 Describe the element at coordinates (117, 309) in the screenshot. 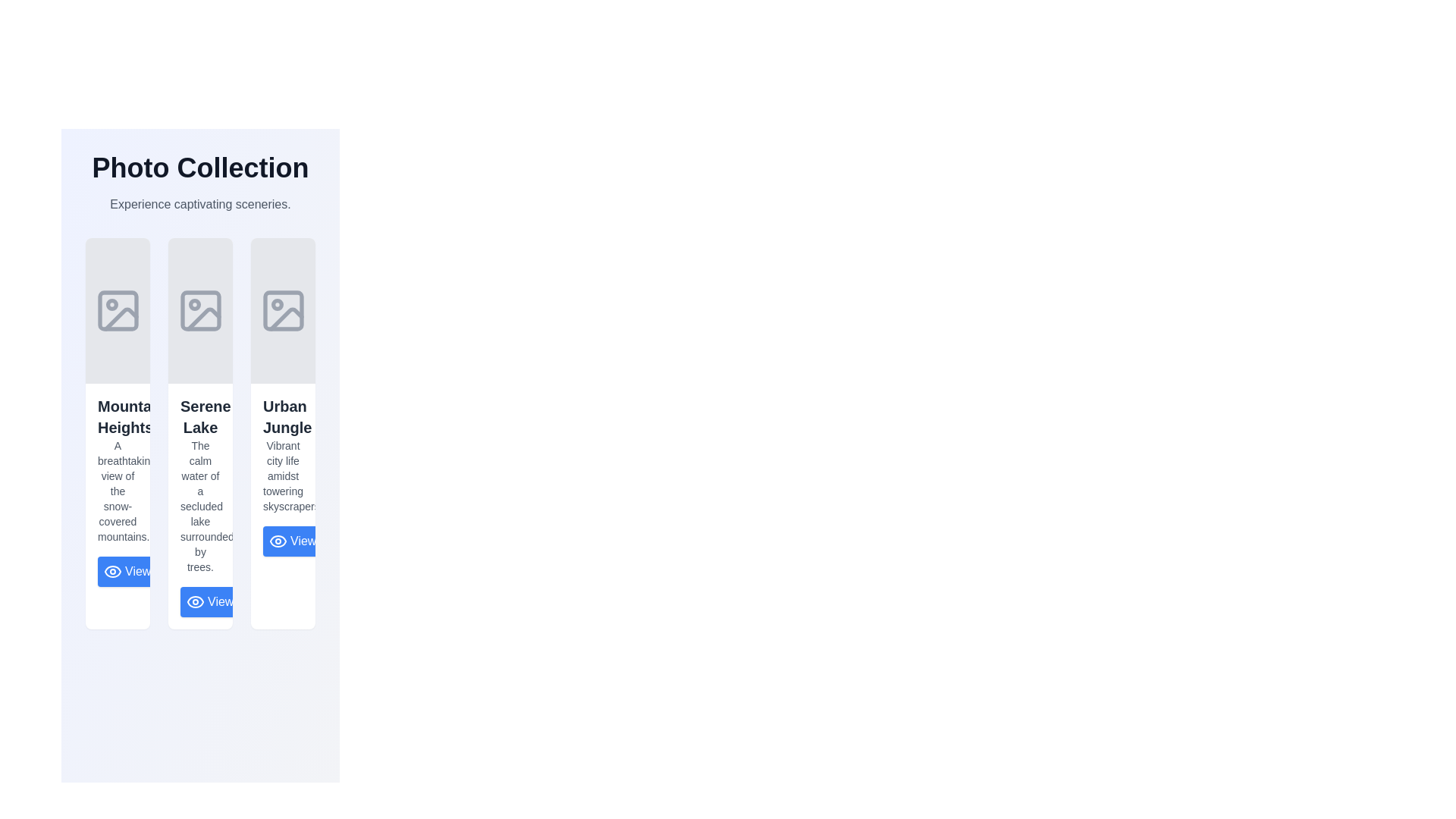

I see `the first icon in the three-column layout of image placeholders for the 'Mountain Heights' card, which serves as a non-interactive image placeholder` at that location.